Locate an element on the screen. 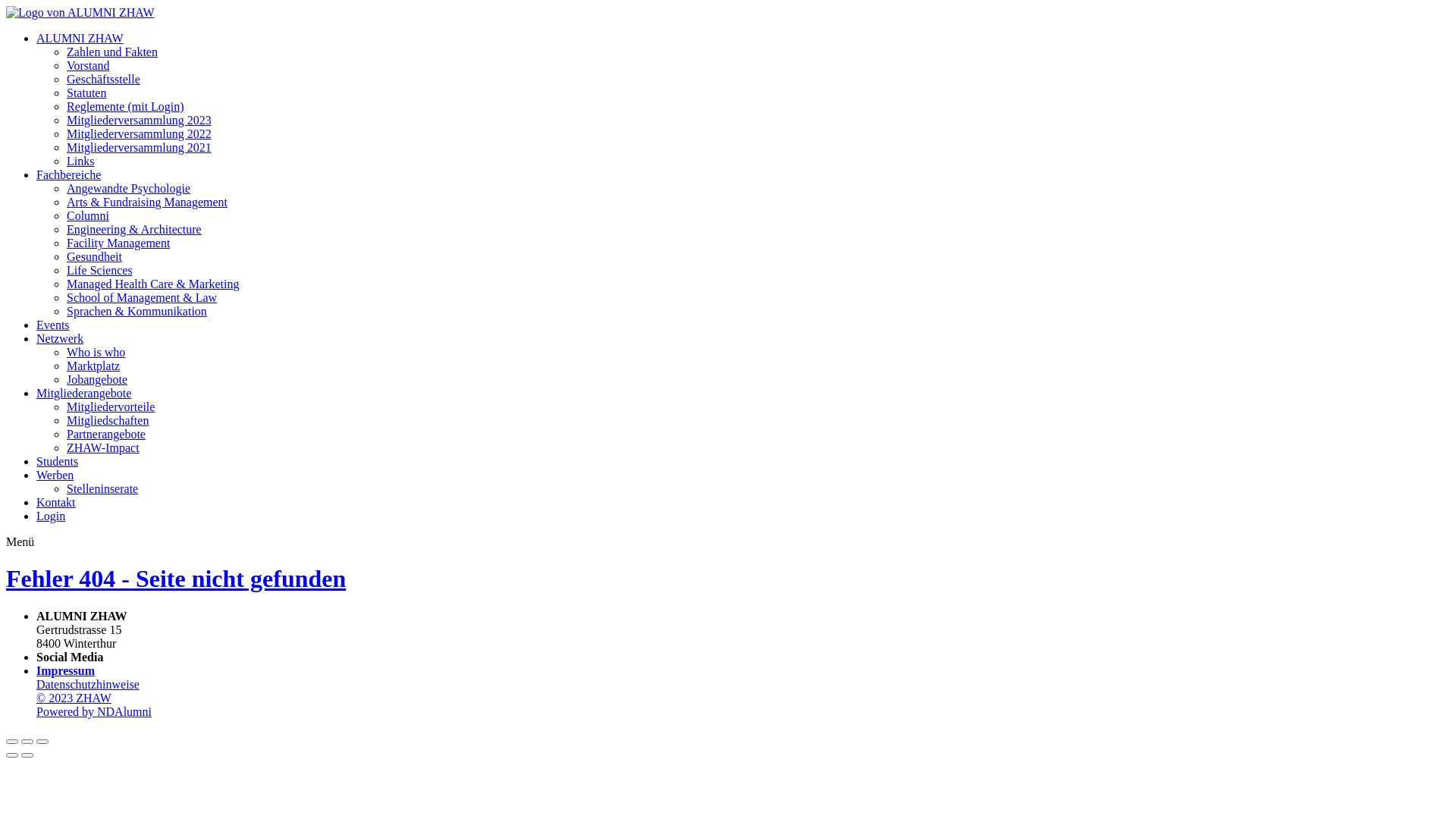 The height and width of the screenshot is (819, 1456). 'Powered by NDAlumni' is located at coordinates (93, 711).